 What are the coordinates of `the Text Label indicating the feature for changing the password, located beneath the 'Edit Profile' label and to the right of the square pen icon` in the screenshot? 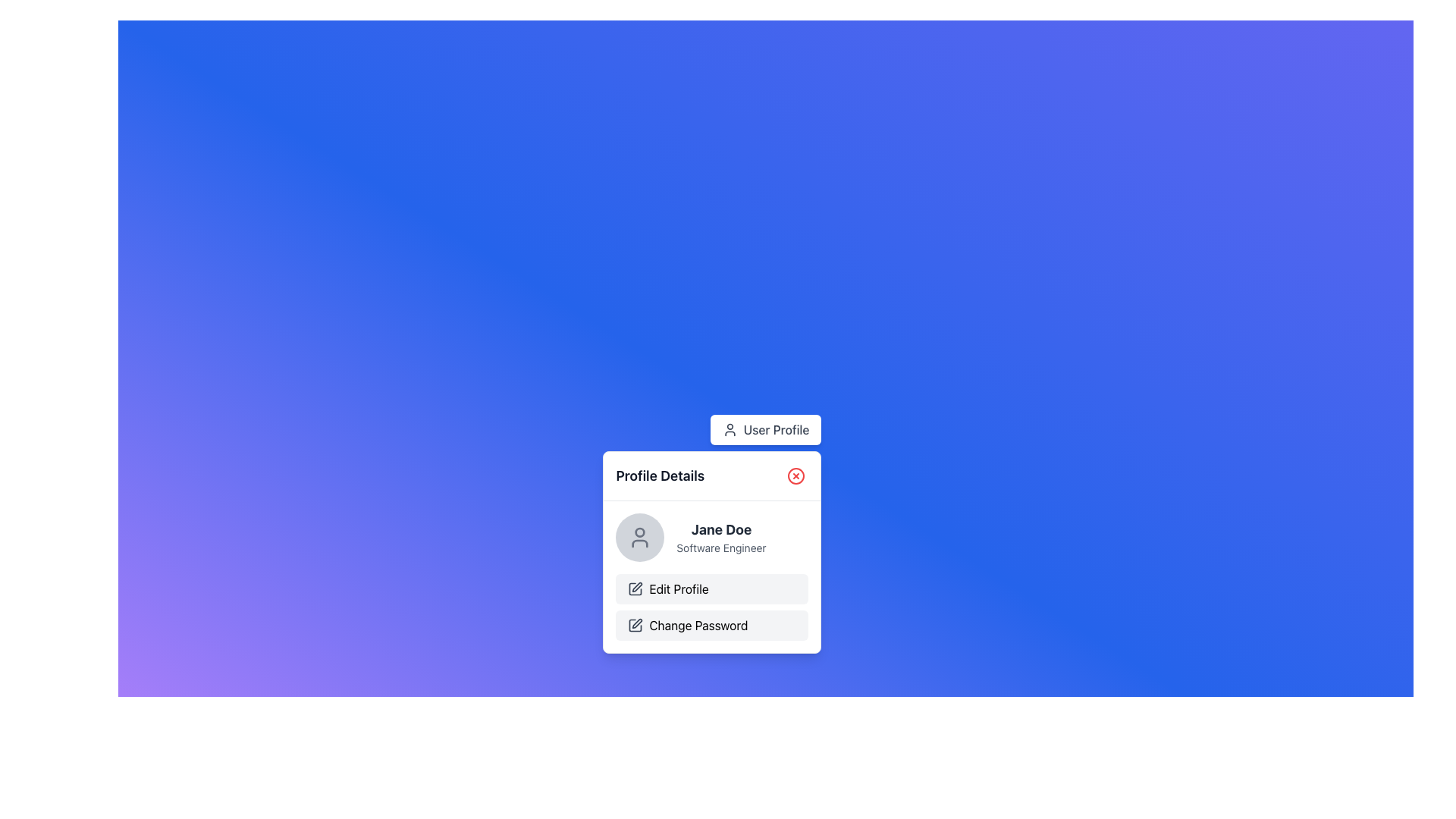 It's located at (698, 626).